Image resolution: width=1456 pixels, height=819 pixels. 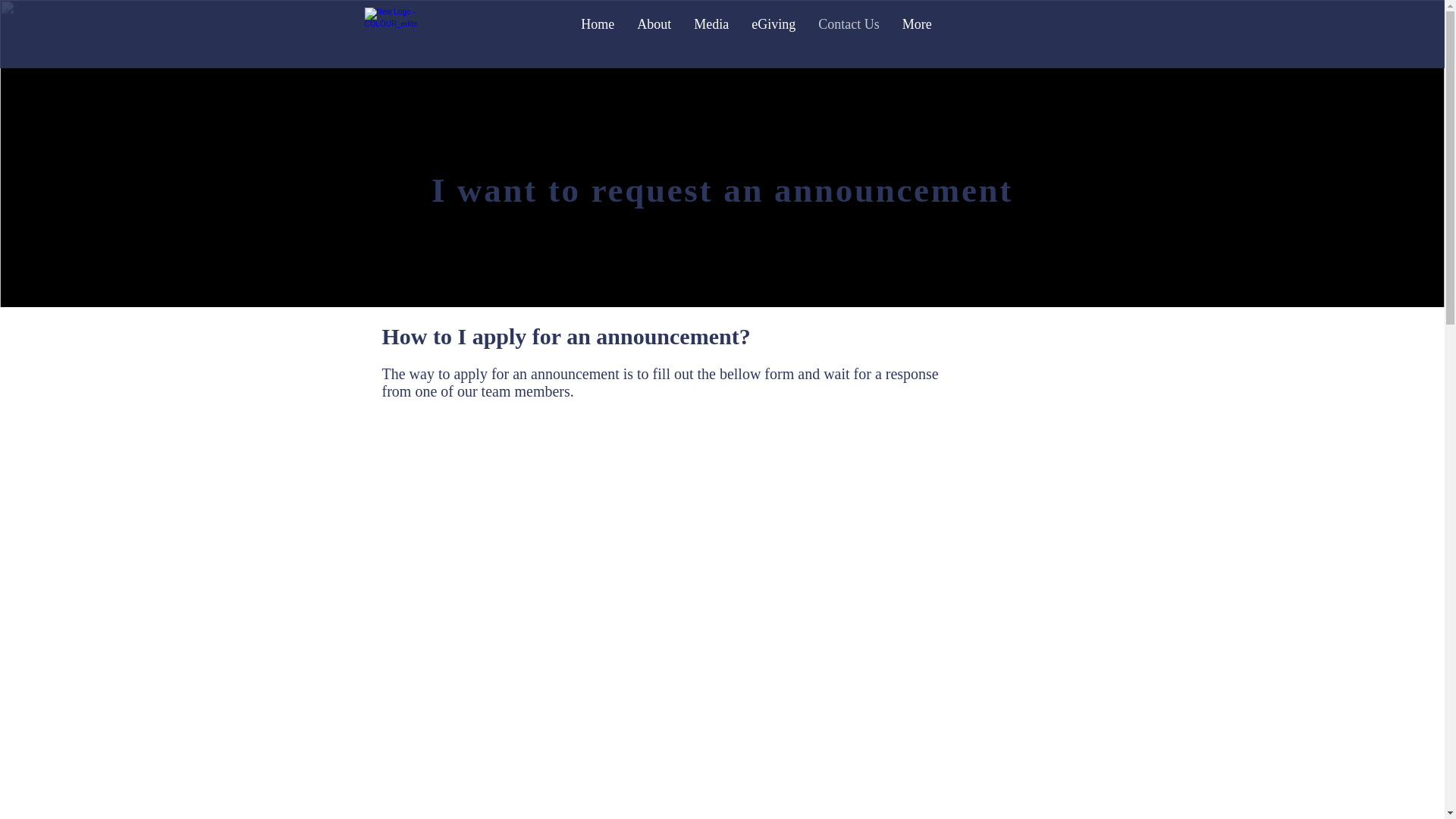 I want to click on 'Home', so click(x=596, y=34).